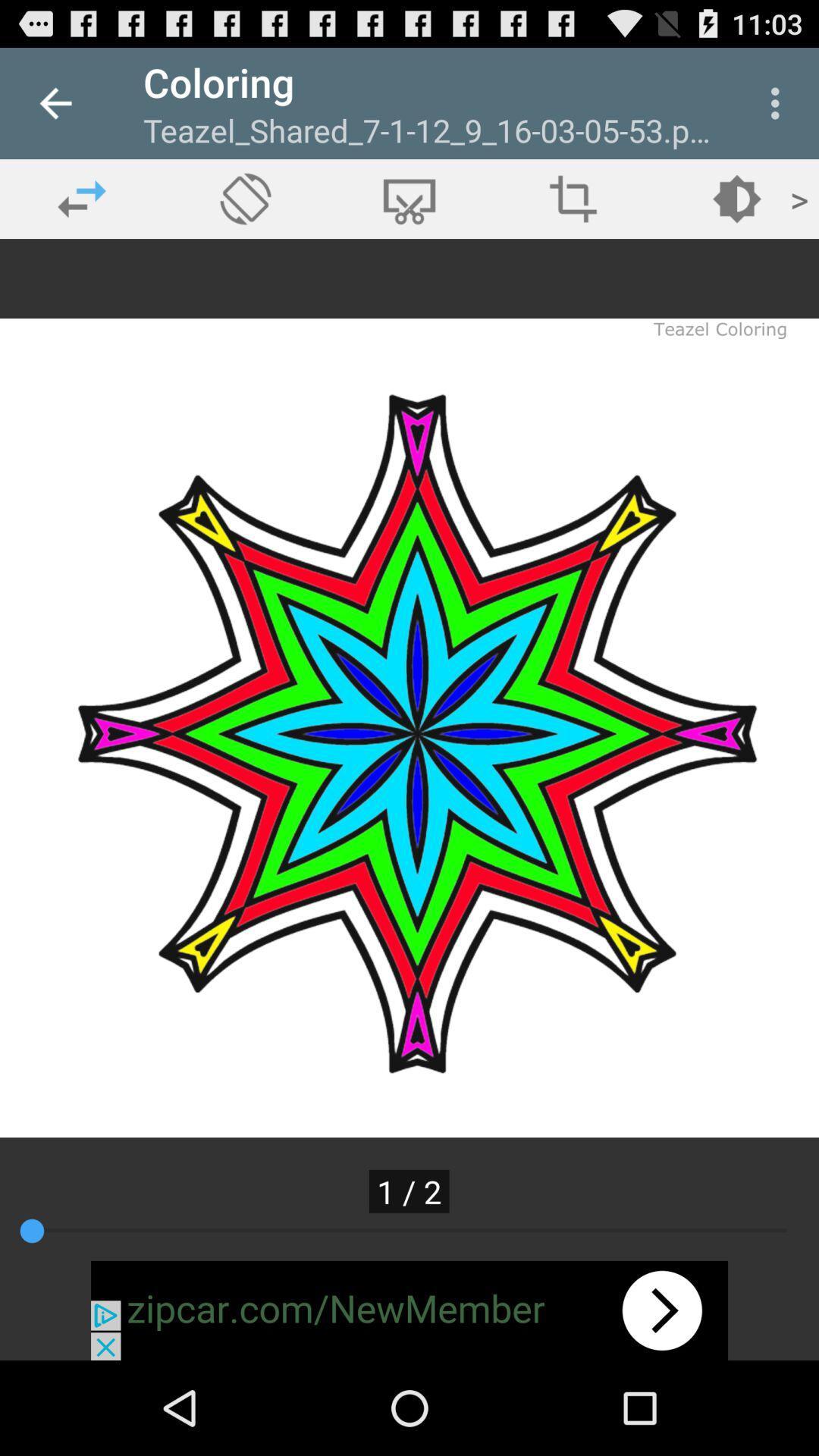 The width and height of the screenshot is (819, 1456). Describe the element at coordinates (245, 198) in the screenshot. I see `the volume icon` at that location.